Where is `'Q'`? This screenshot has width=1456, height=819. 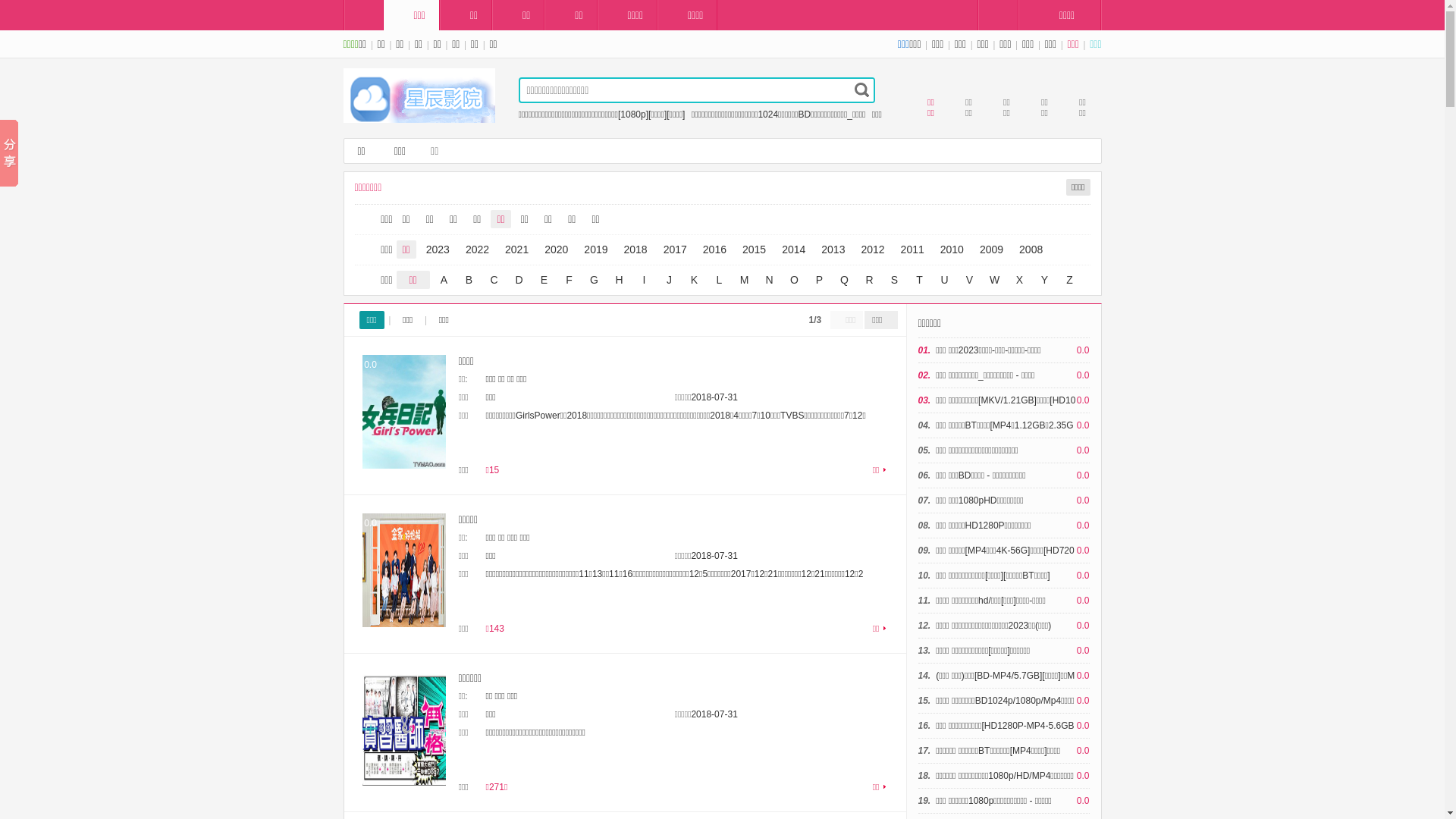
'Q' is located at coordinates (843, 280).